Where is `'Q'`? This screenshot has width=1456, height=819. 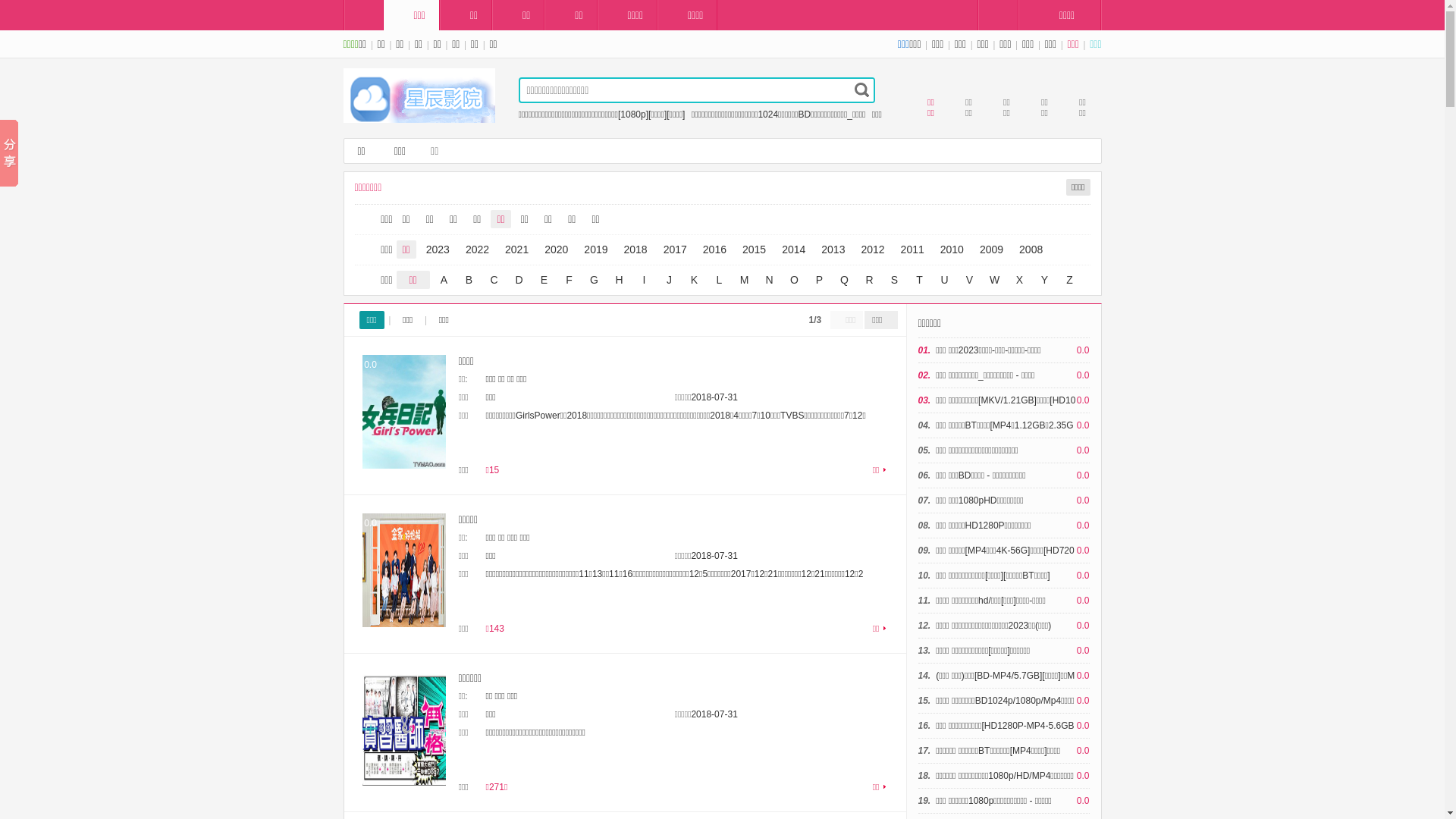
'Q' is located at coordinates (843, 280).